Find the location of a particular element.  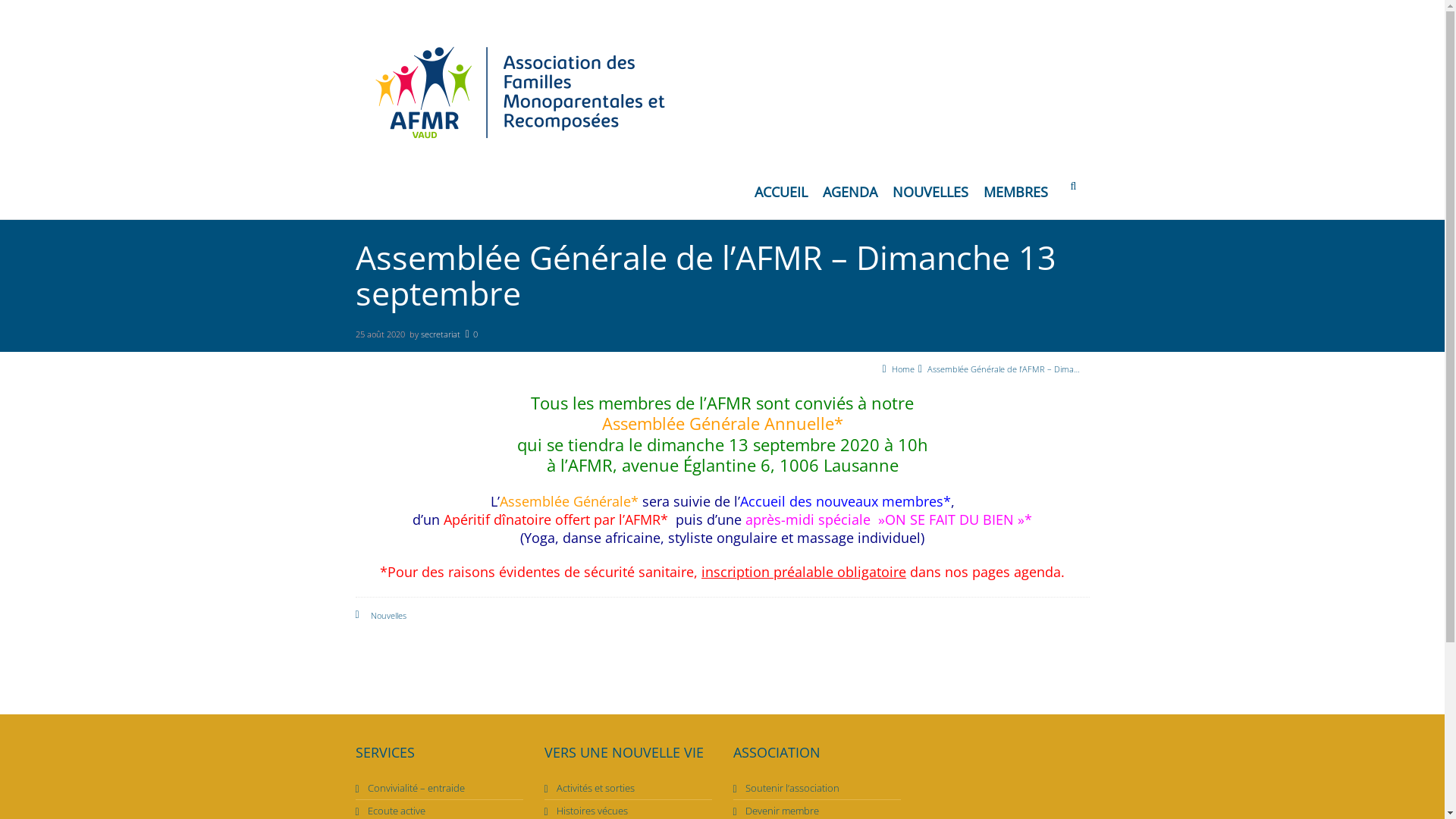

'ACCUEIL' is located at coordinates (780, 195).